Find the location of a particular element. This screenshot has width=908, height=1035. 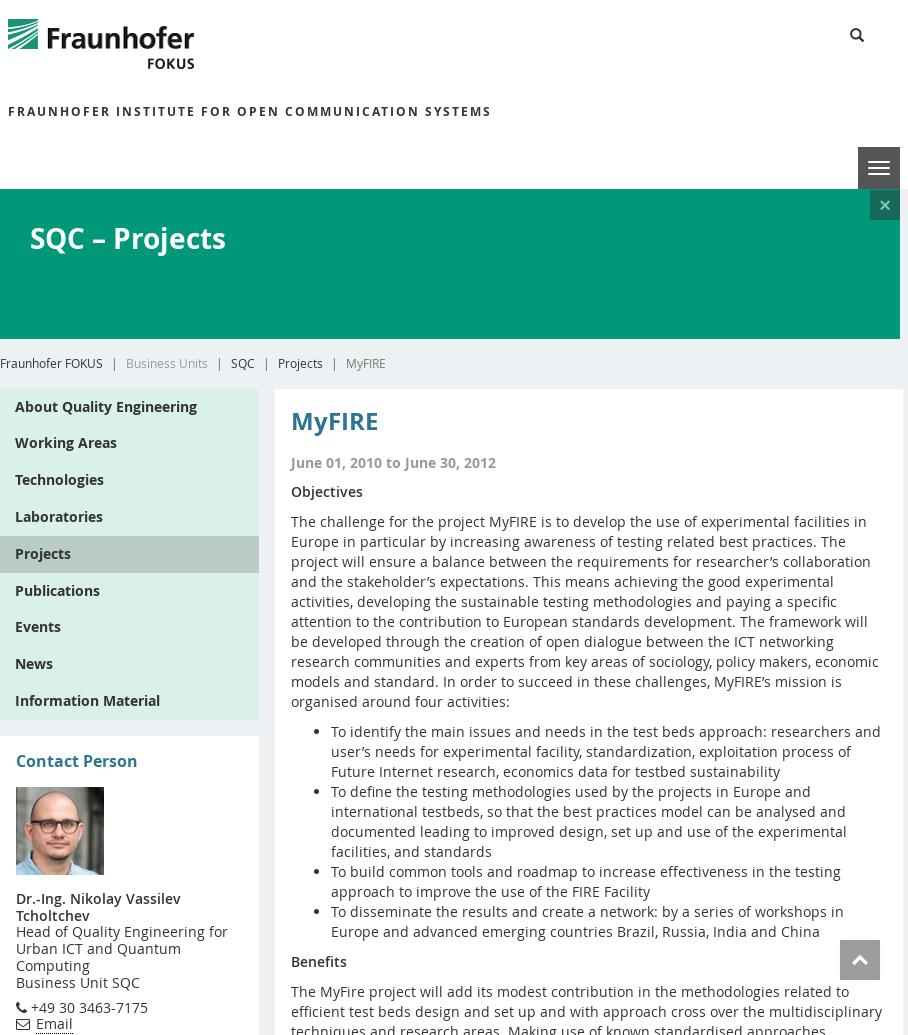

'Contact Person' is located at coordinates (75, 759).